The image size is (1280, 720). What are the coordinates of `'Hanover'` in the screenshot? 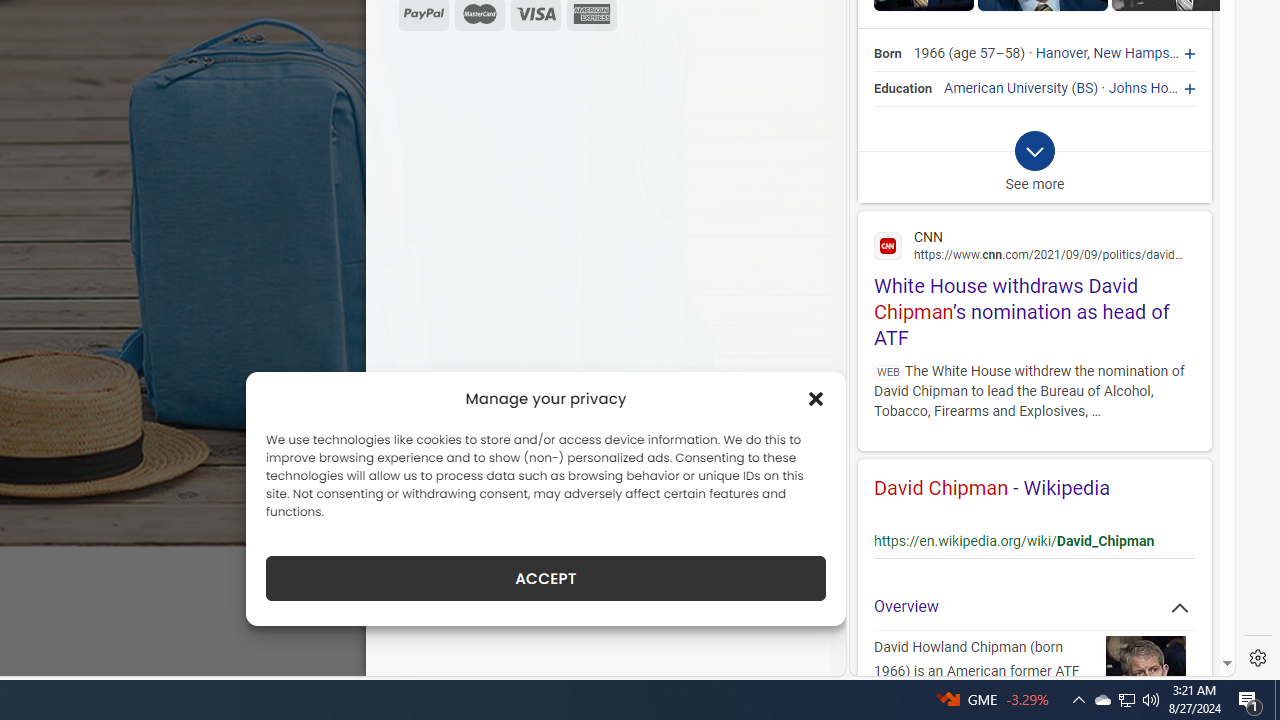 It's located at (1060, 53).